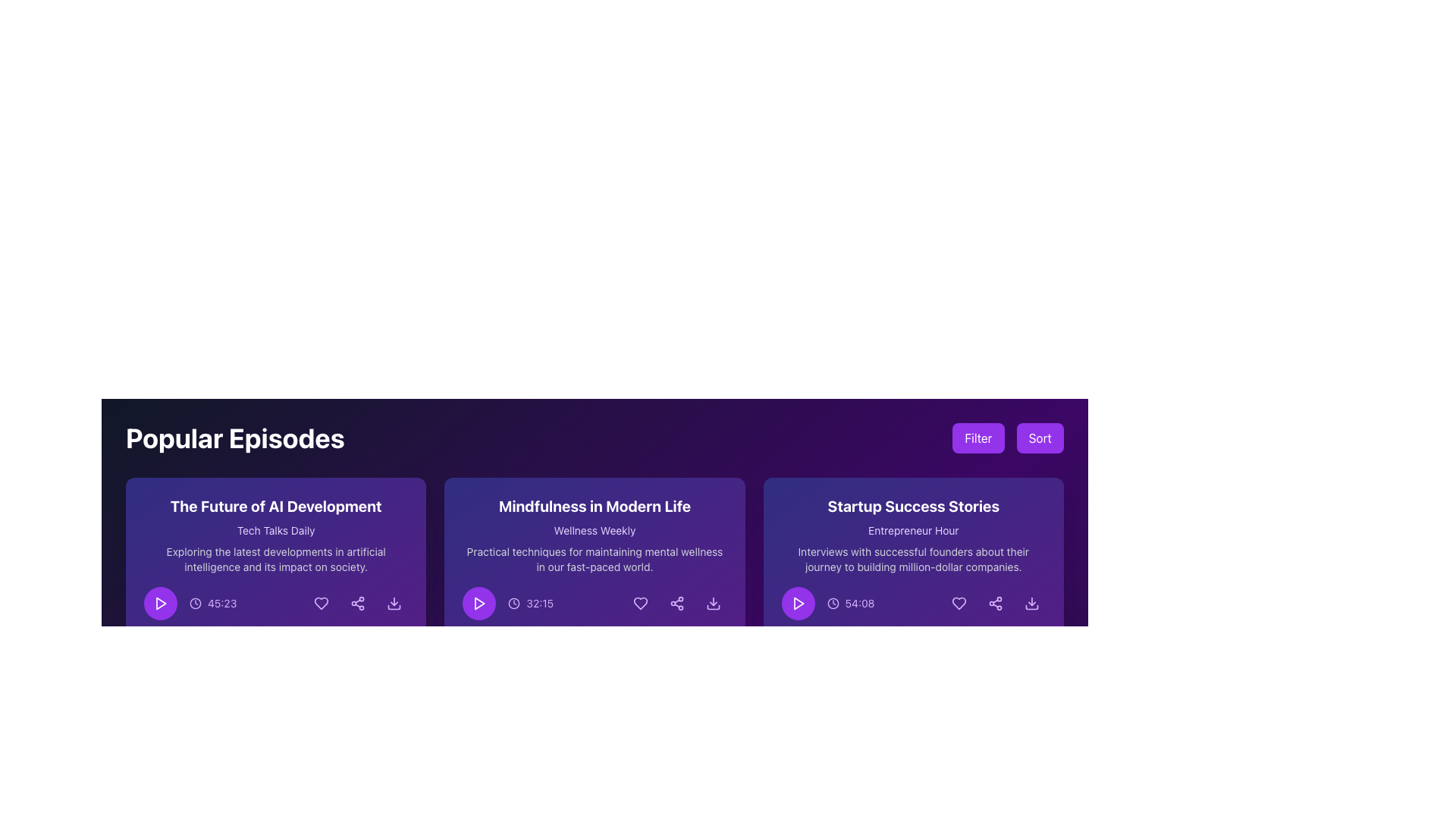 The height and width of the screenshot is (819, 1456). What do you see at coordinates (959, 602) in the screenshot?
I see `the heart icon button located in the 'Startup Success Stories' card under the 'Popular Episodes' section` at bounding box center [959, 602].